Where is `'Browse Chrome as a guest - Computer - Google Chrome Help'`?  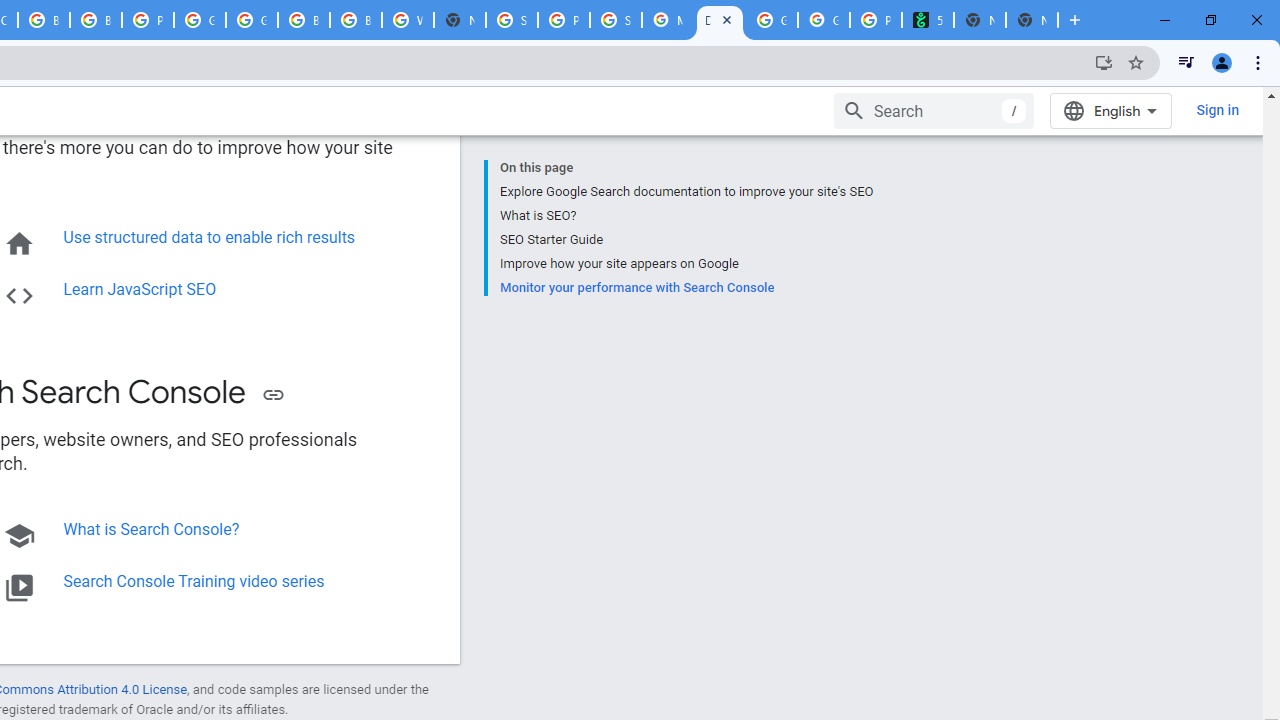
'Browse Chrome as a guest - Computer - Google Chrome Help' is located at coordinates (303, 20).